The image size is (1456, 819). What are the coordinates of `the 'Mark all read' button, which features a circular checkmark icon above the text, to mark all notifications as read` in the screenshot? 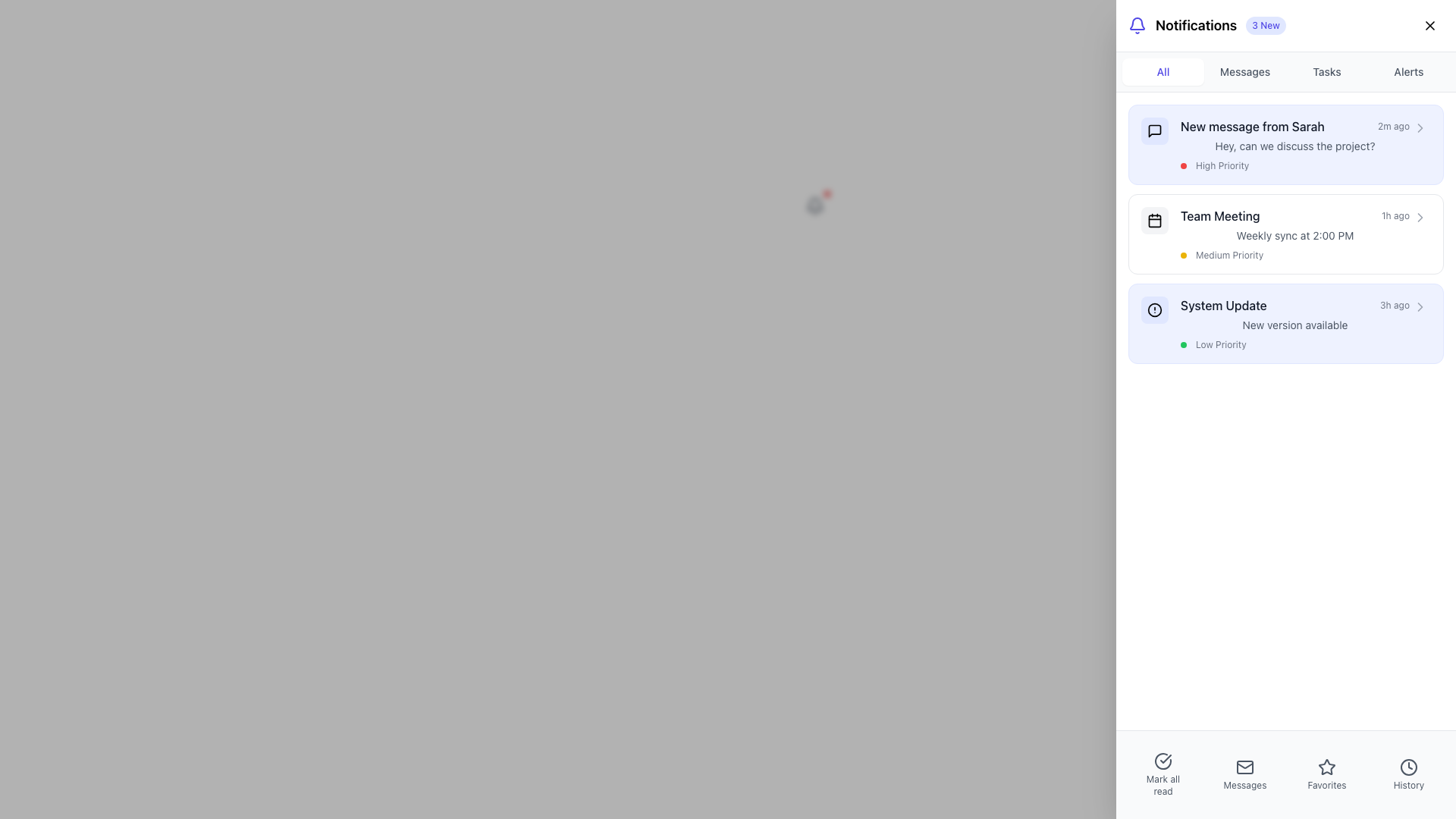 It's located at (1163, 775).